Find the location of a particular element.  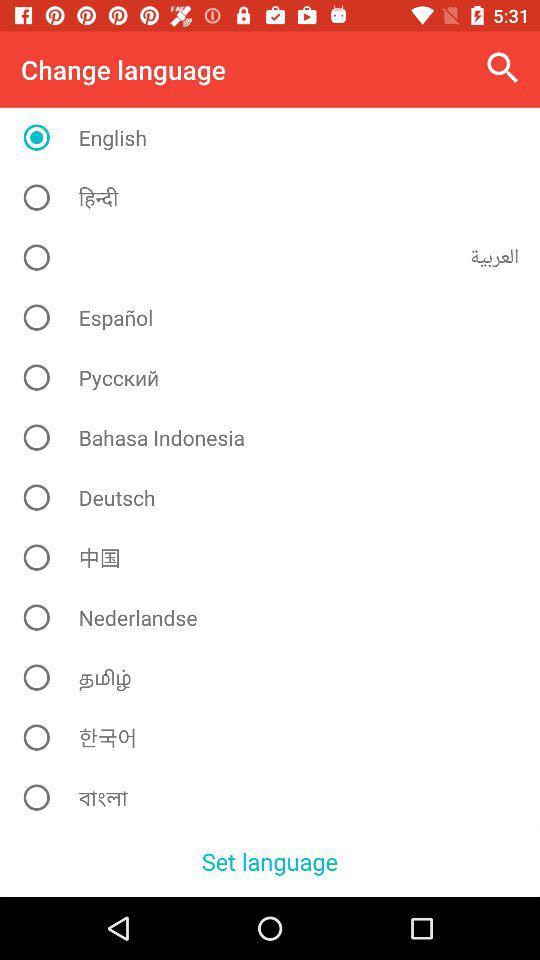

the item above the deutsch icon is located at coordinates (276, 437).